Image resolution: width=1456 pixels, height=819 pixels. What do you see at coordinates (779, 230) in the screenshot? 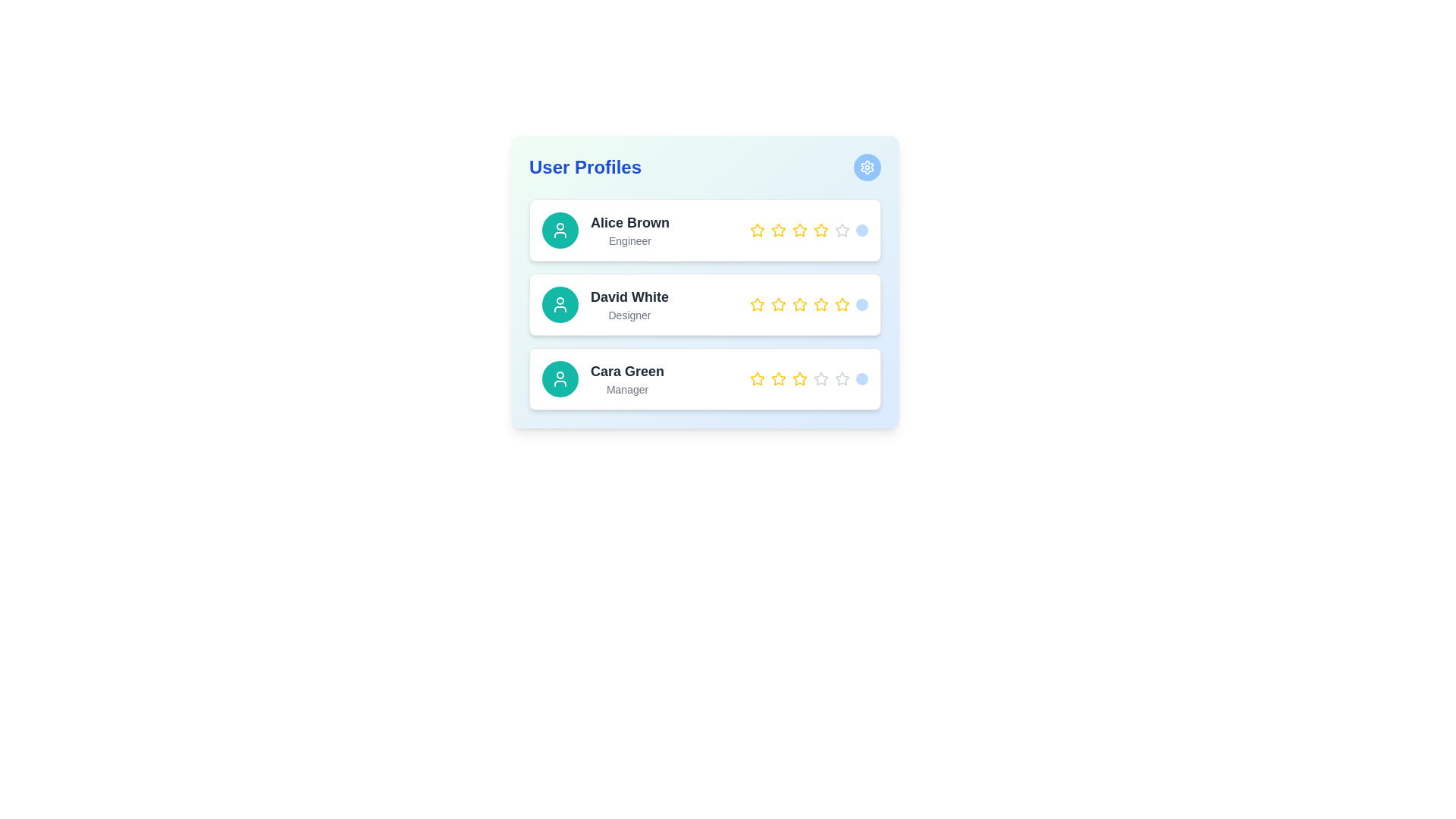
I see `the second rating star icon for user 'Alice Brown' in the first card of the user profile list` at bounding box center [779, 230].